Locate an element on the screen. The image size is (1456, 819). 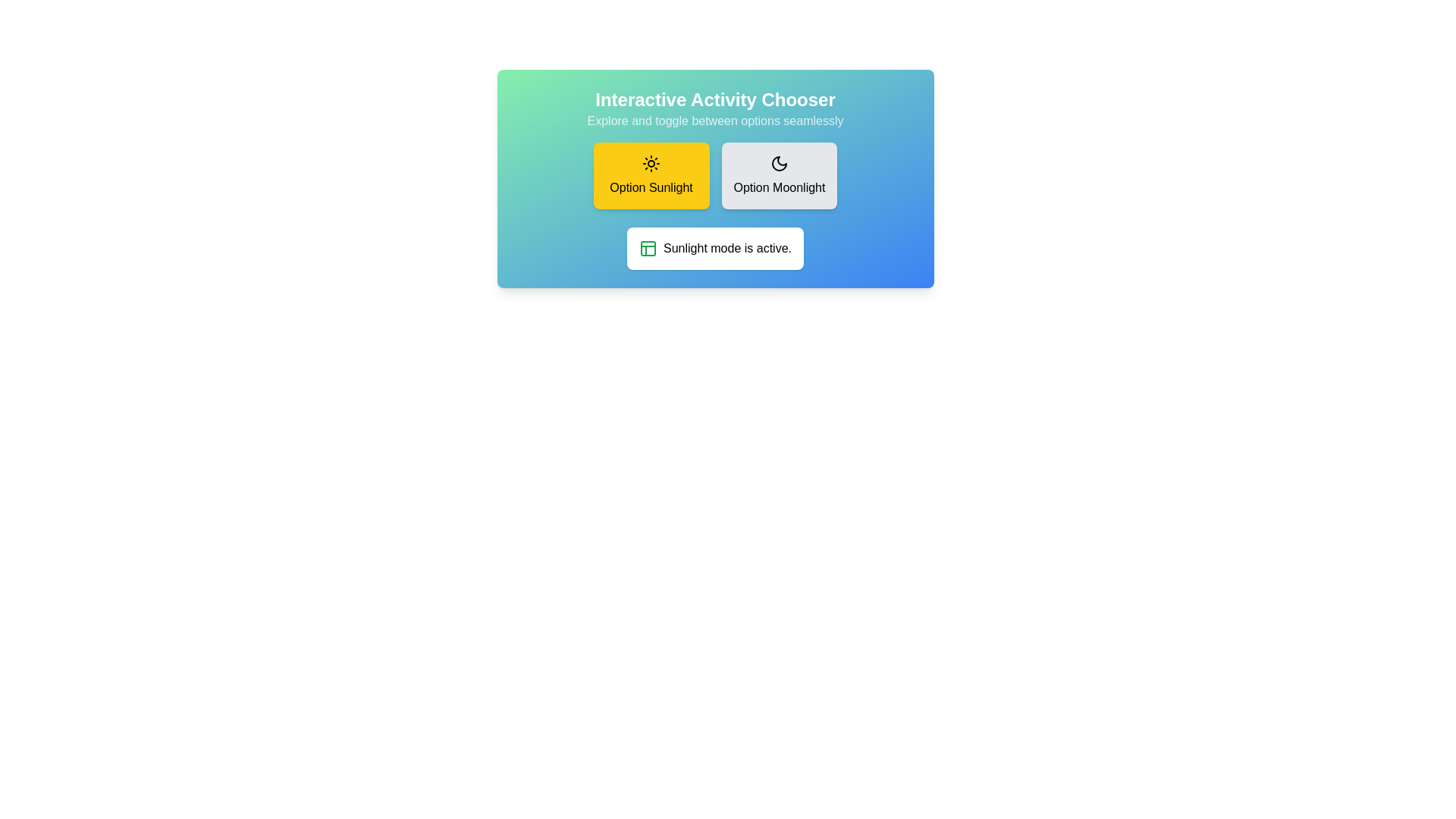
the 'Option Moonlight' button, which is a light gray rectangular button with a moon icon and bold black text below it, to initiate visual feedback is located at coordinates (779, 174).